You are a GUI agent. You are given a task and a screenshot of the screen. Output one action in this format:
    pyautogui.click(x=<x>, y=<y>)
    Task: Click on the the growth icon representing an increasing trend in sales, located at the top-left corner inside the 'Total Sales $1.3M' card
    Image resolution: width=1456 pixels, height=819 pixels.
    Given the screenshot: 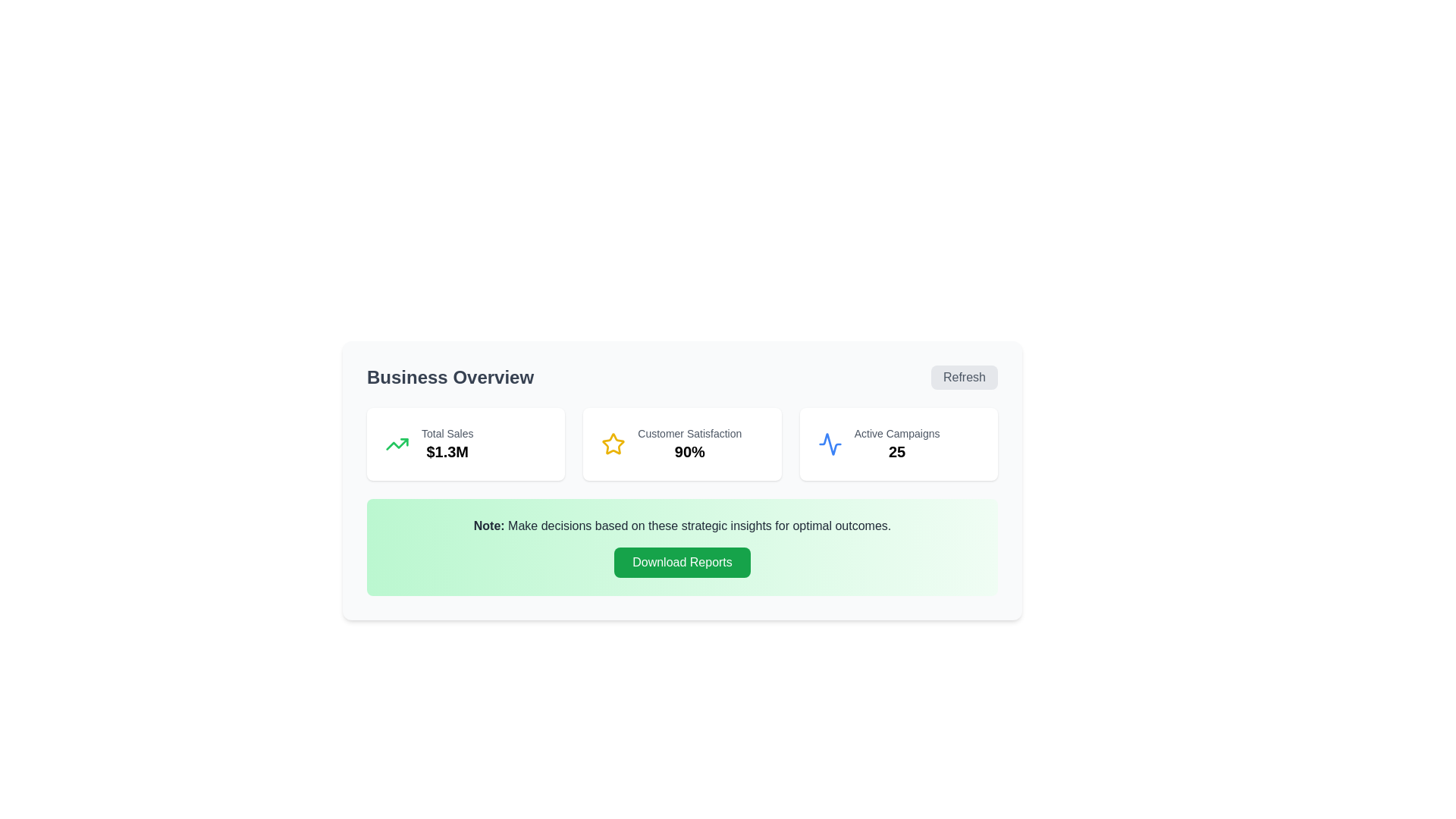 What is the action you would take?
    pyautogui.click(x=397, y=444)
    